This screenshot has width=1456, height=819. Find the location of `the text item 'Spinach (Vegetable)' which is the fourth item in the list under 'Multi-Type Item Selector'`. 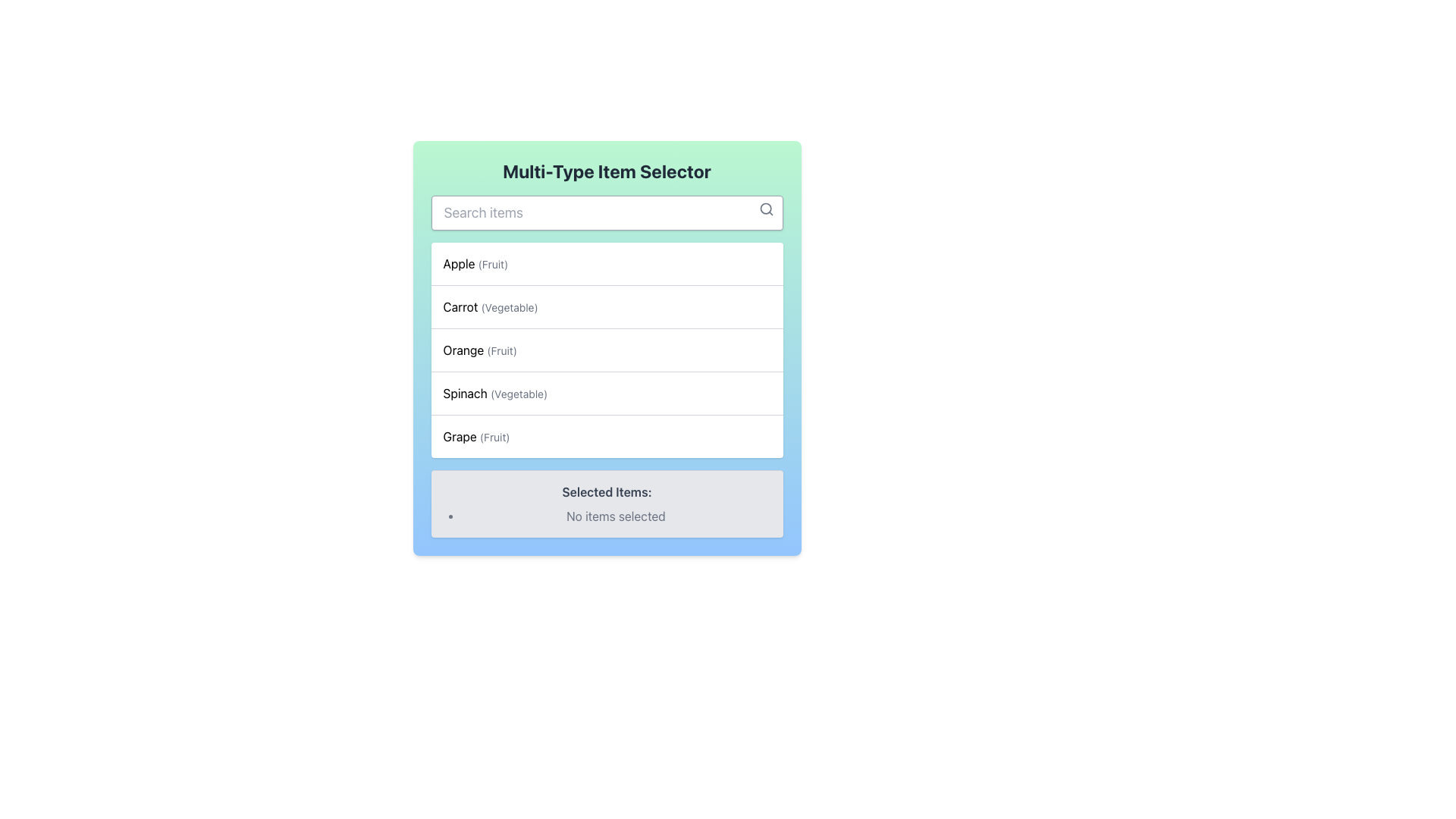

the text item 'Spinach (Vegetable)' which is the fourth item in the list under 'Multi-Type Item Selector' is located at coordinates (495, 393).